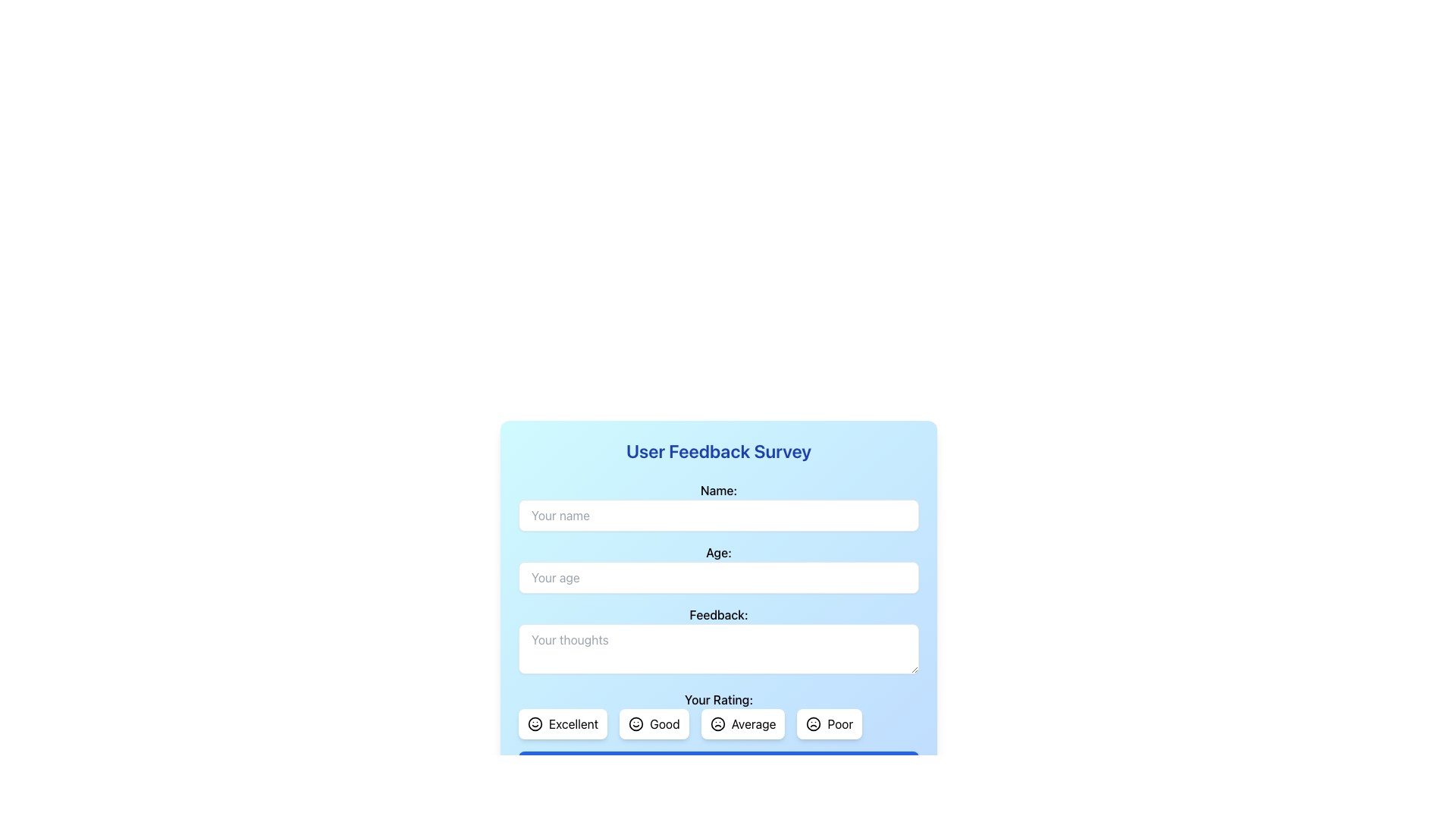 This screenshot has height=819, width=1456. Describe the element at coordinates (839, 723) in the screenshot. I see `the 'Poor' feedback rating button` at that location.